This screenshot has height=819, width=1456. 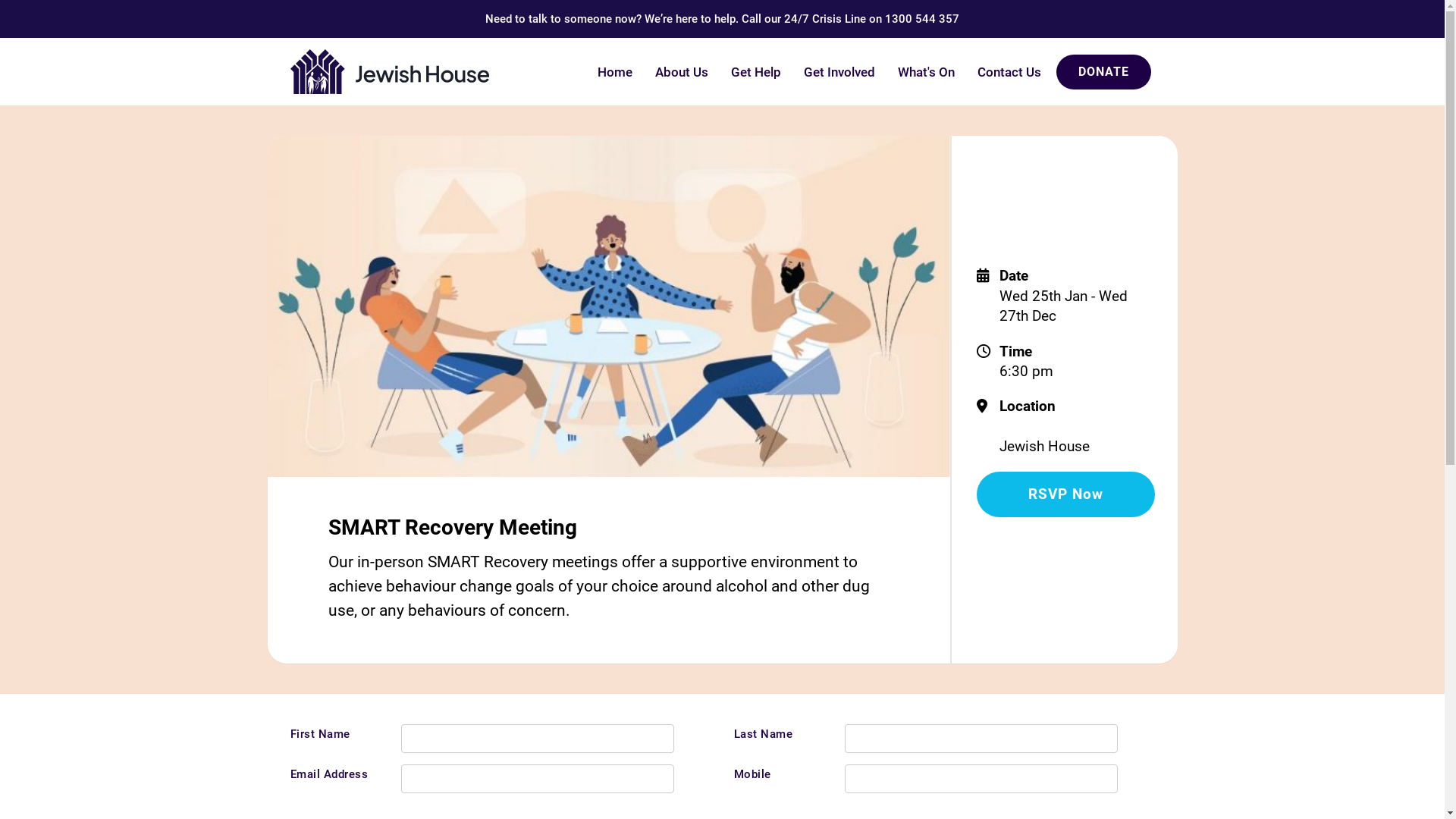 I want to click on 'RSVP Now', so click(x=1065, y=494).